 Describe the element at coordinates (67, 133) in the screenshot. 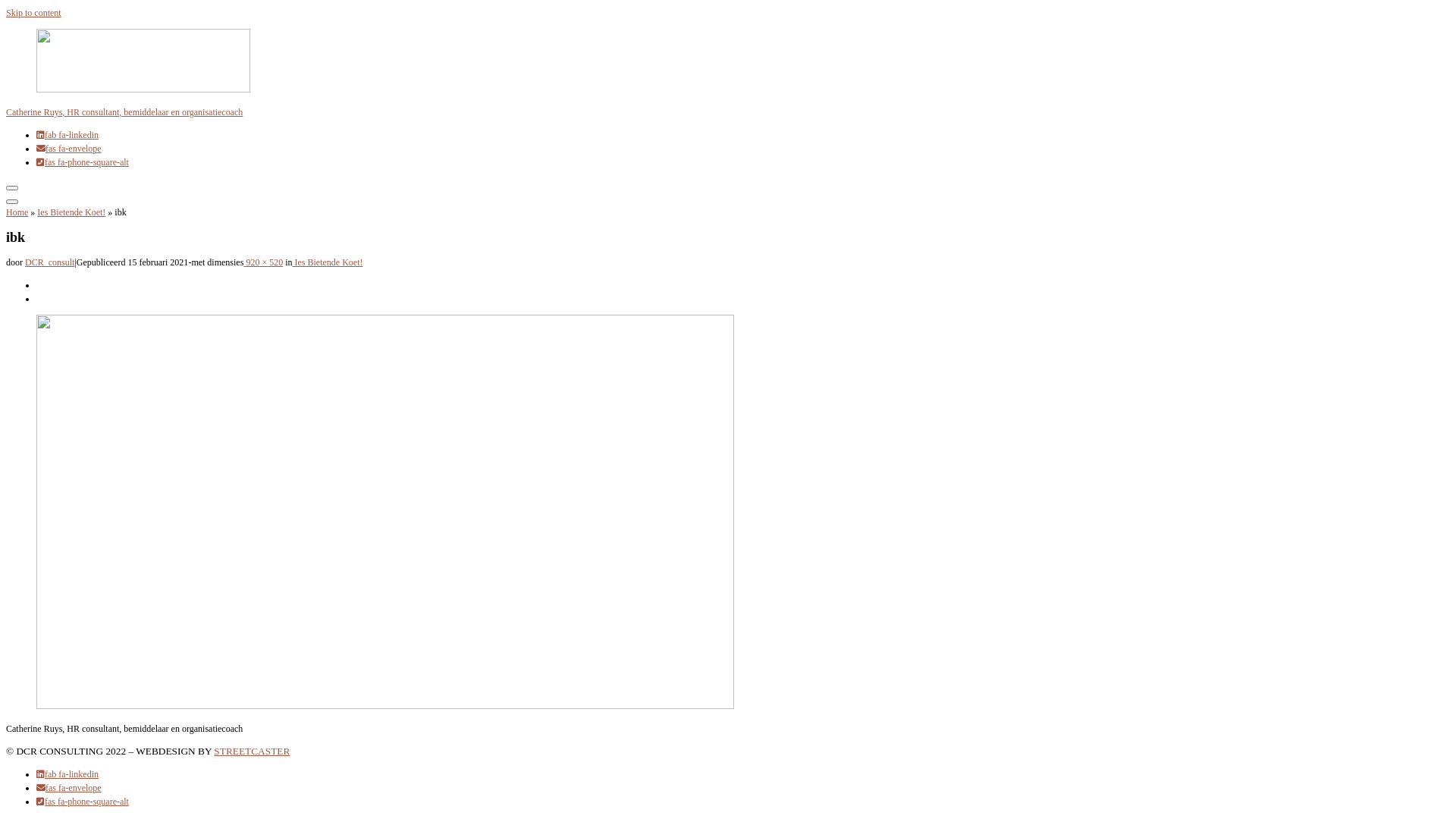

I see `'fab fa-linkedin'` at that location.